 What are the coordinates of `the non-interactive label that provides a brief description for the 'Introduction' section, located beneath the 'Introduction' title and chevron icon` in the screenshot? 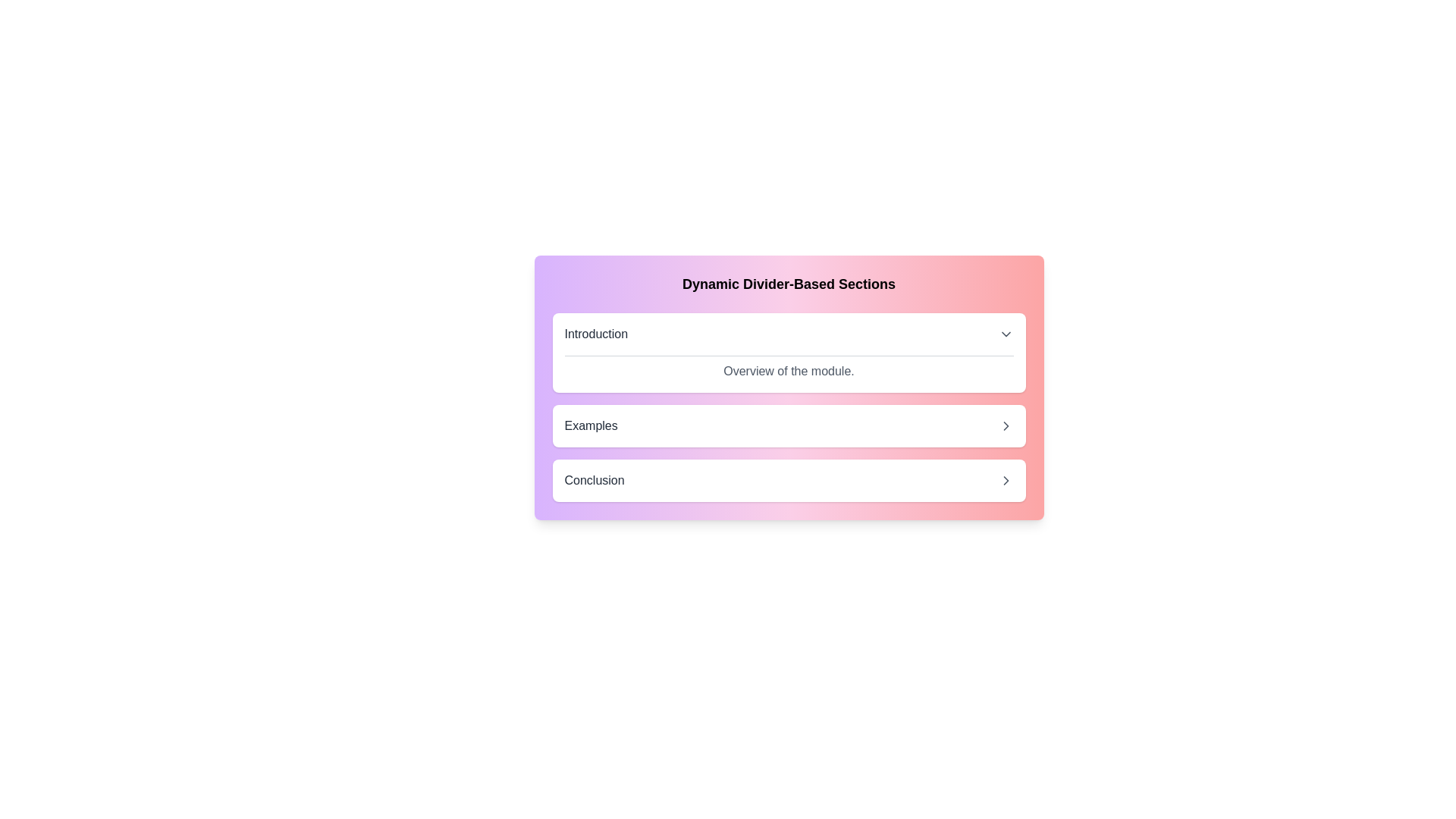 It's located at (789, 362).